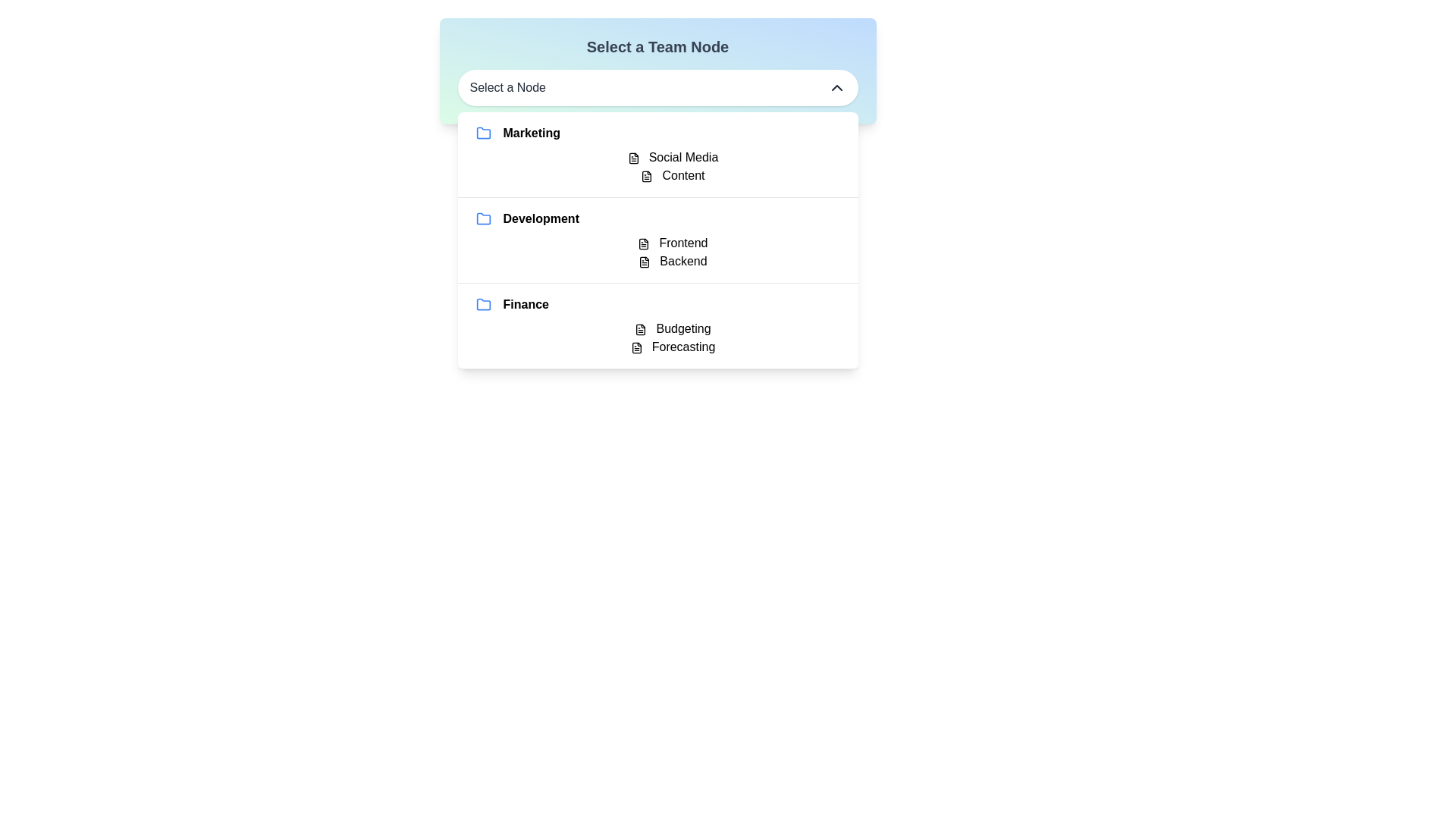  Describe the element at coordinates (672, 347) in the screenshot. I see `the 'Forecasting' text label with the associated document icon in the 'Select a Team Node' interface to trigger a visual indication` at that location.